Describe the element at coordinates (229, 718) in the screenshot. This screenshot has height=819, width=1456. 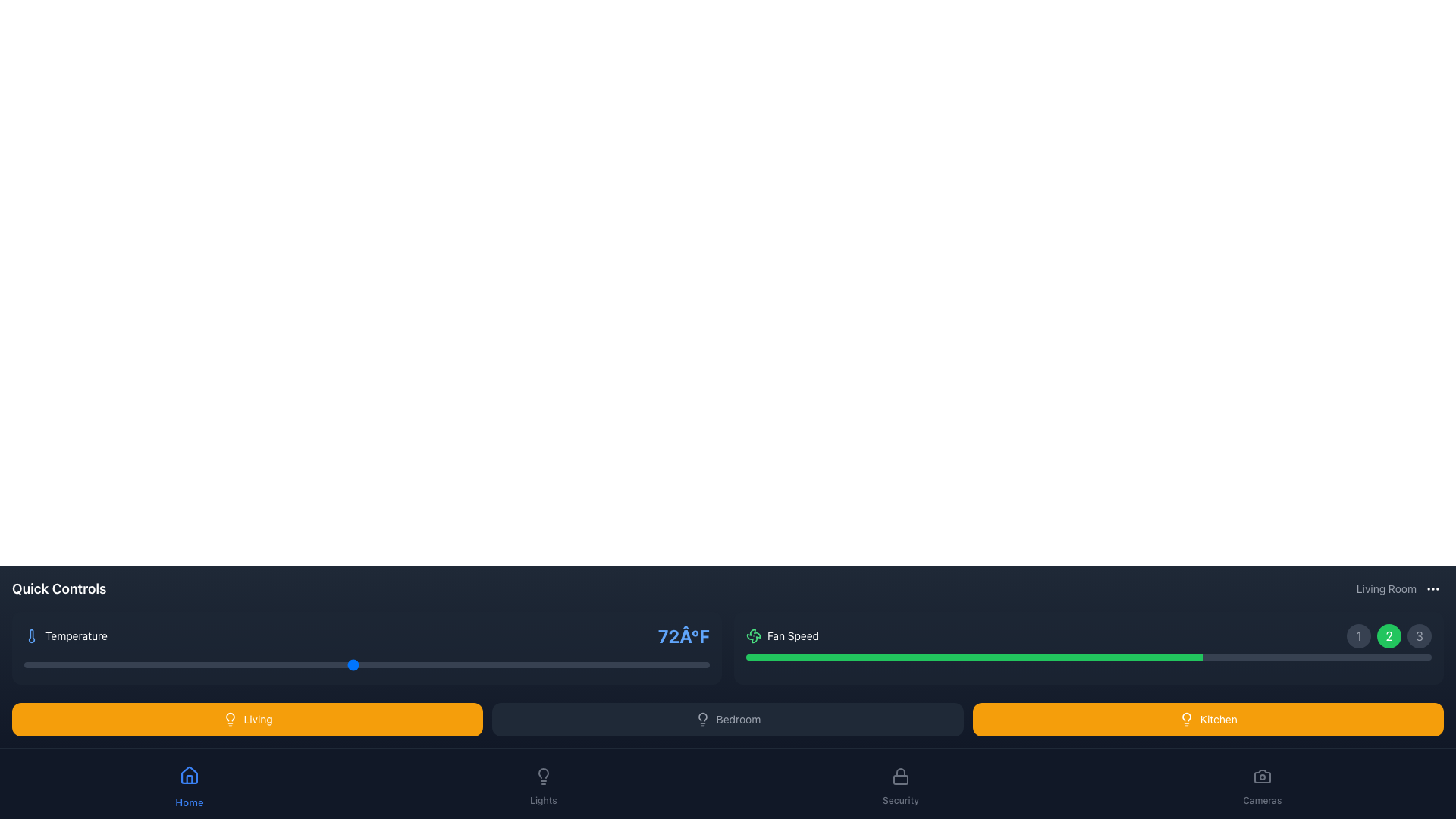
I see `the decorative lighting icon located to the left of the text 'living' within the orange rectangular area in the lower interface under the 'Quick Controls' section` at that location.